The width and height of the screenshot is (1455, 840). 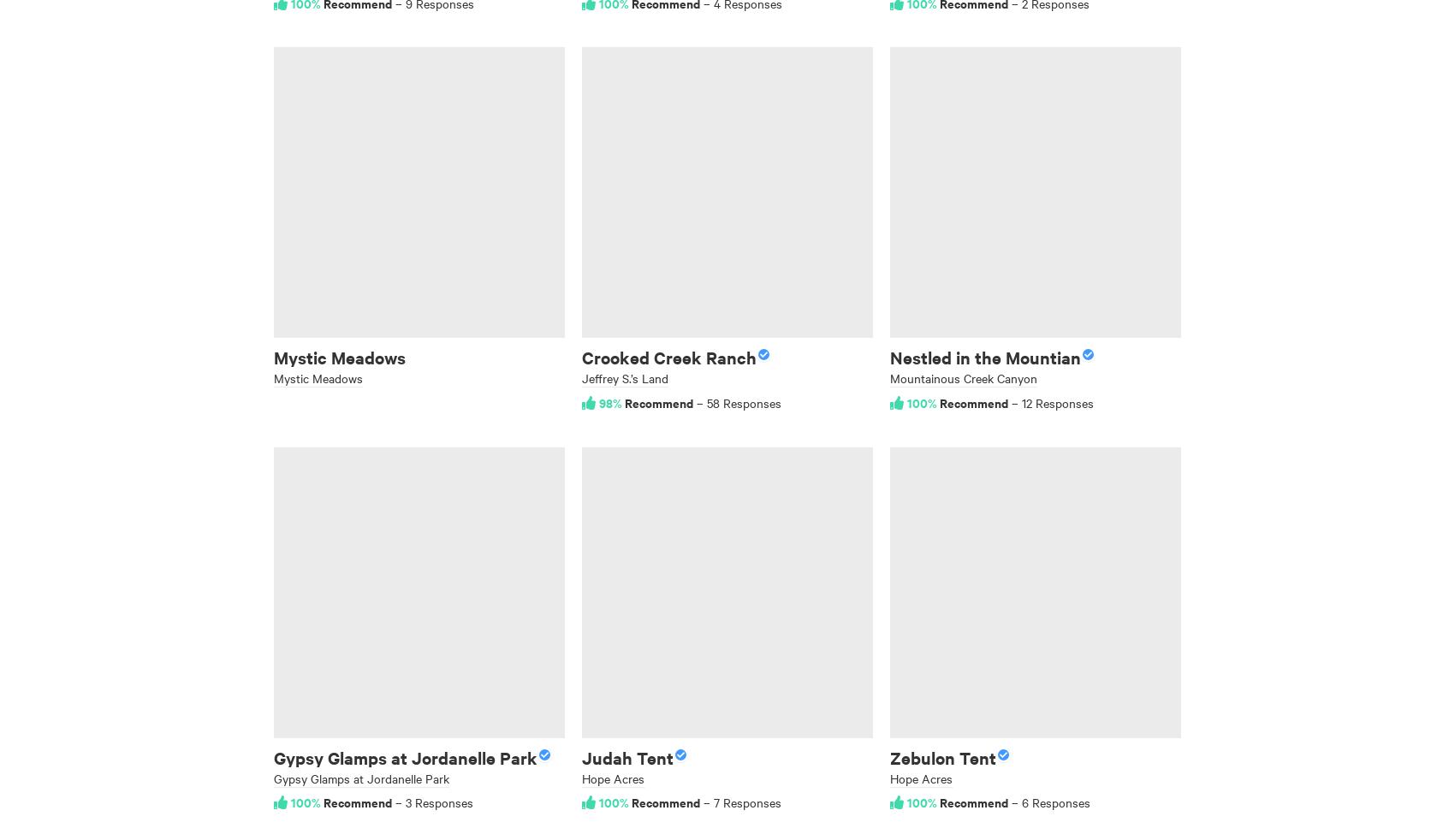 I want to click on 'Judah Tent', so click(x=582, y=756).